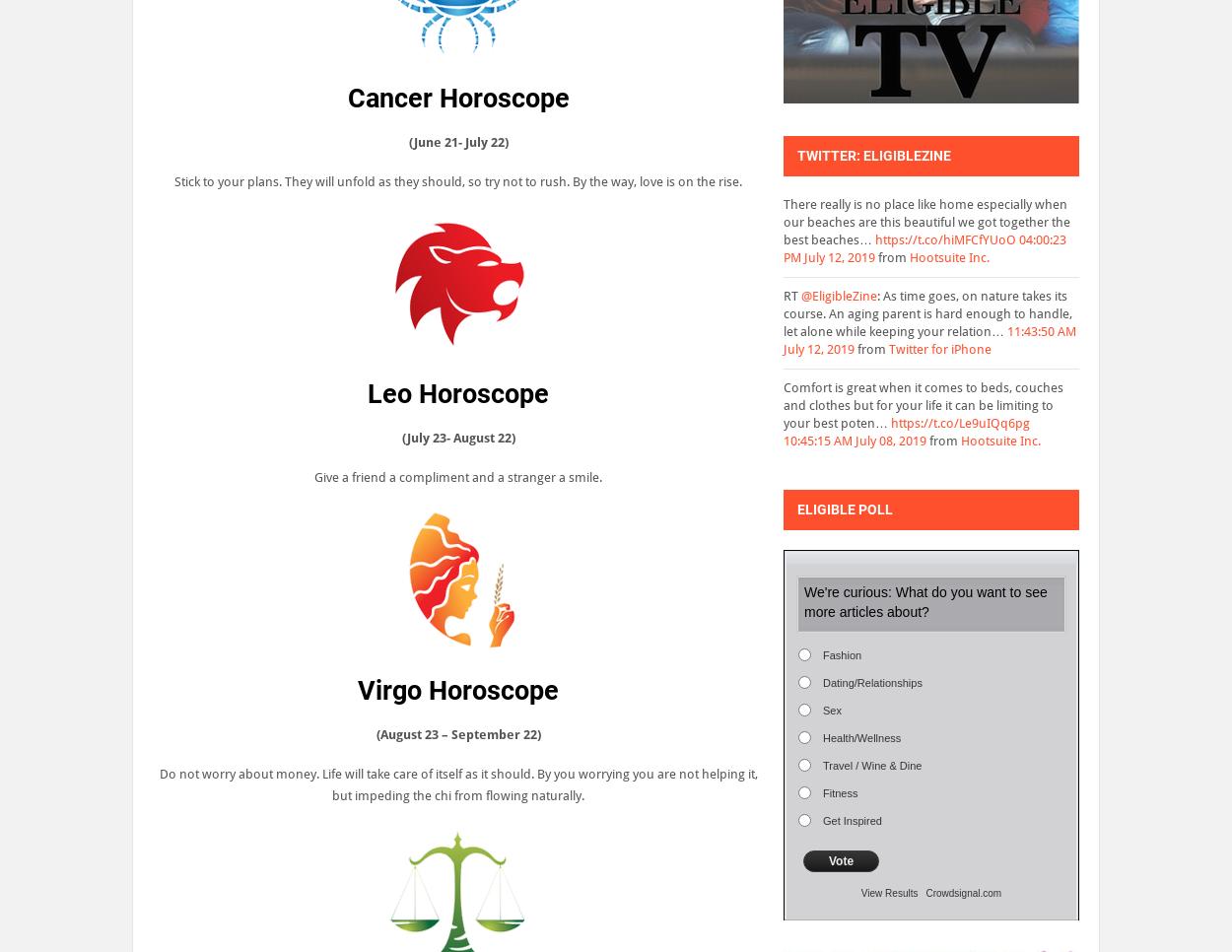 The image size is (1232, 952). Describe the element at coordinates (784, 313) in the screenshot. I see `': As time goes, on nature takes its course. An aging parent is hard enough to handle, let alone while keeping your relation…'` at that location.